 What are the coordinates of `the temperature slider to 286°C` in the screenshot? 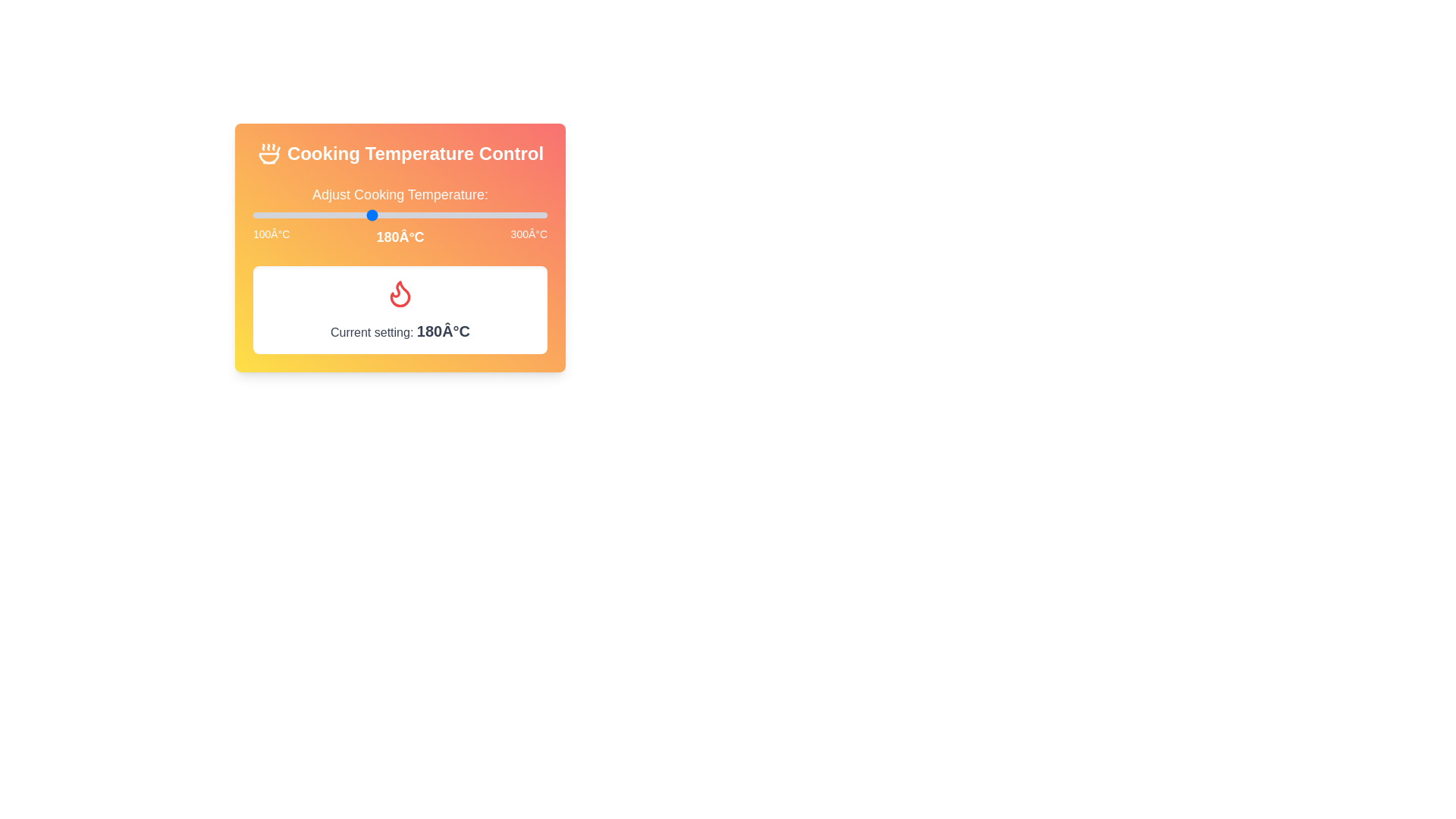 It's located at (526, 215).